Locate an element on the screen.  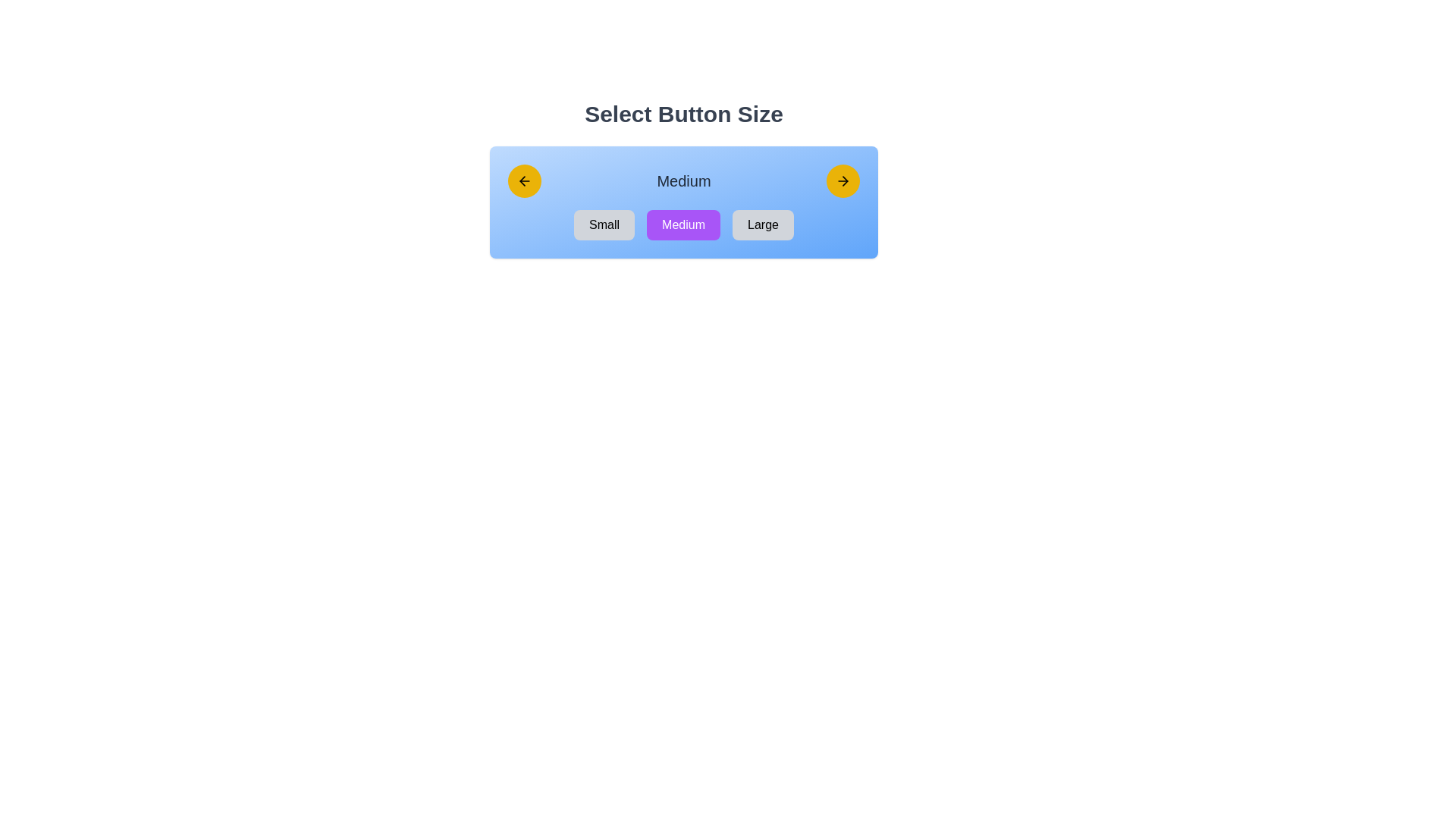
the left-pointing arrow icon, which is displayed in a yellow circular background, located on the left side of the rectangular area with a gradient blue background is located at coordinates (522, 180).